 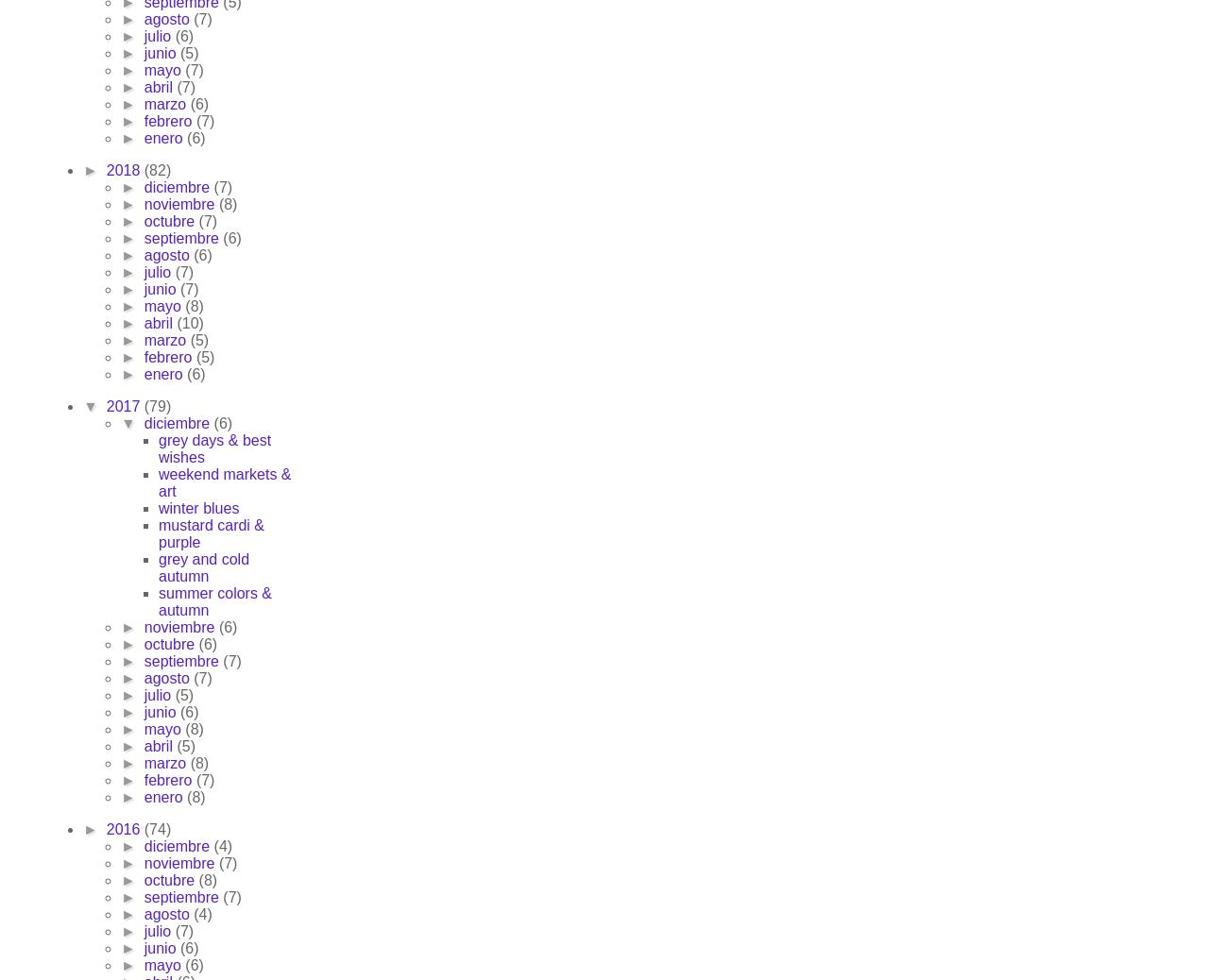 What do you see at coordinates (104, 829) in the screenshot?
I see `'2016'` at bounding box center [104, 829].